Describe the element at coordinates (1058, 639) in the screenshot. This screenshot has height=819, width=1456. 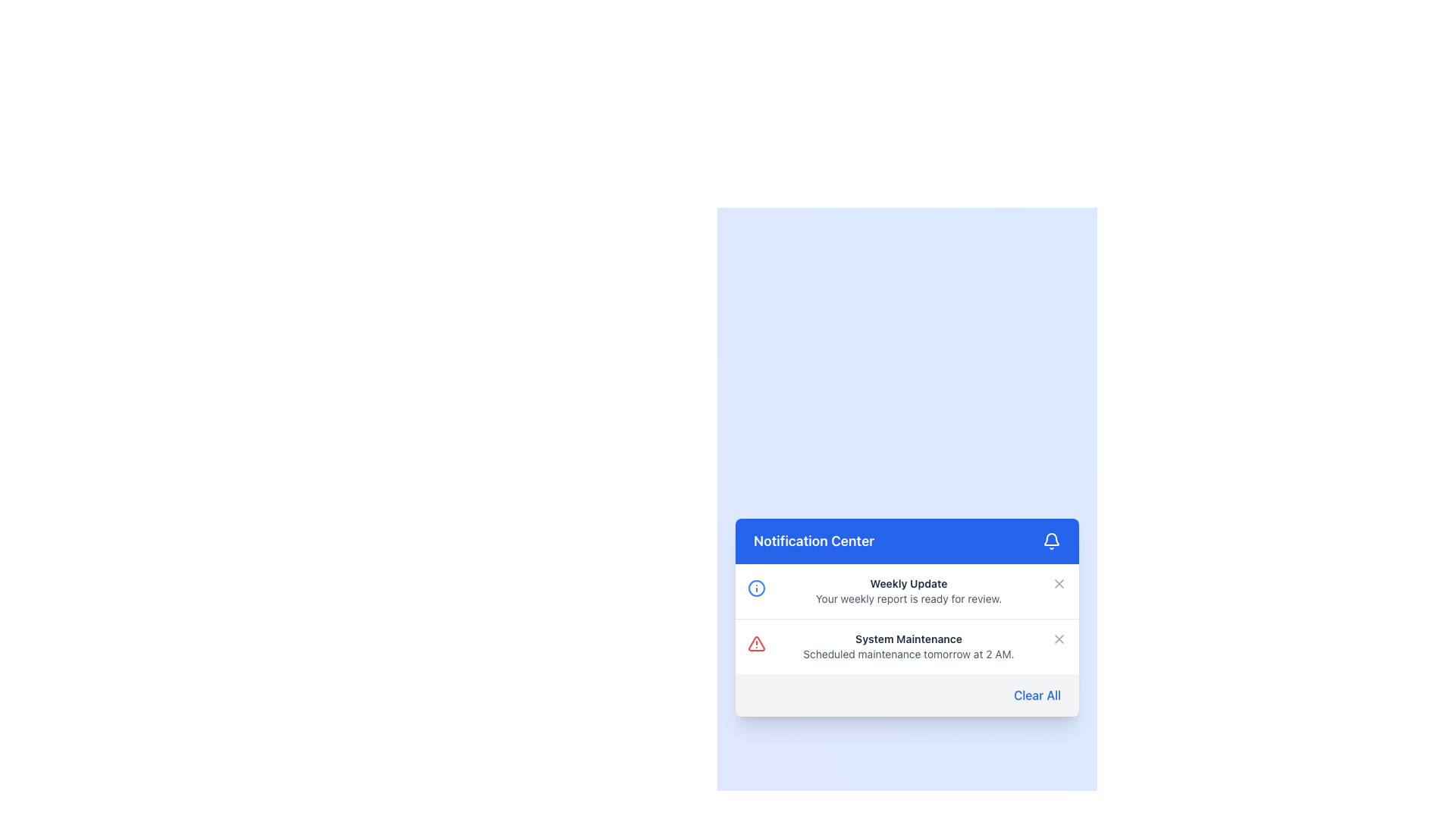
I see `the diagonal line of the close button SVG element located at the top-right corner of the 'Notification Center' notification card` at that location.